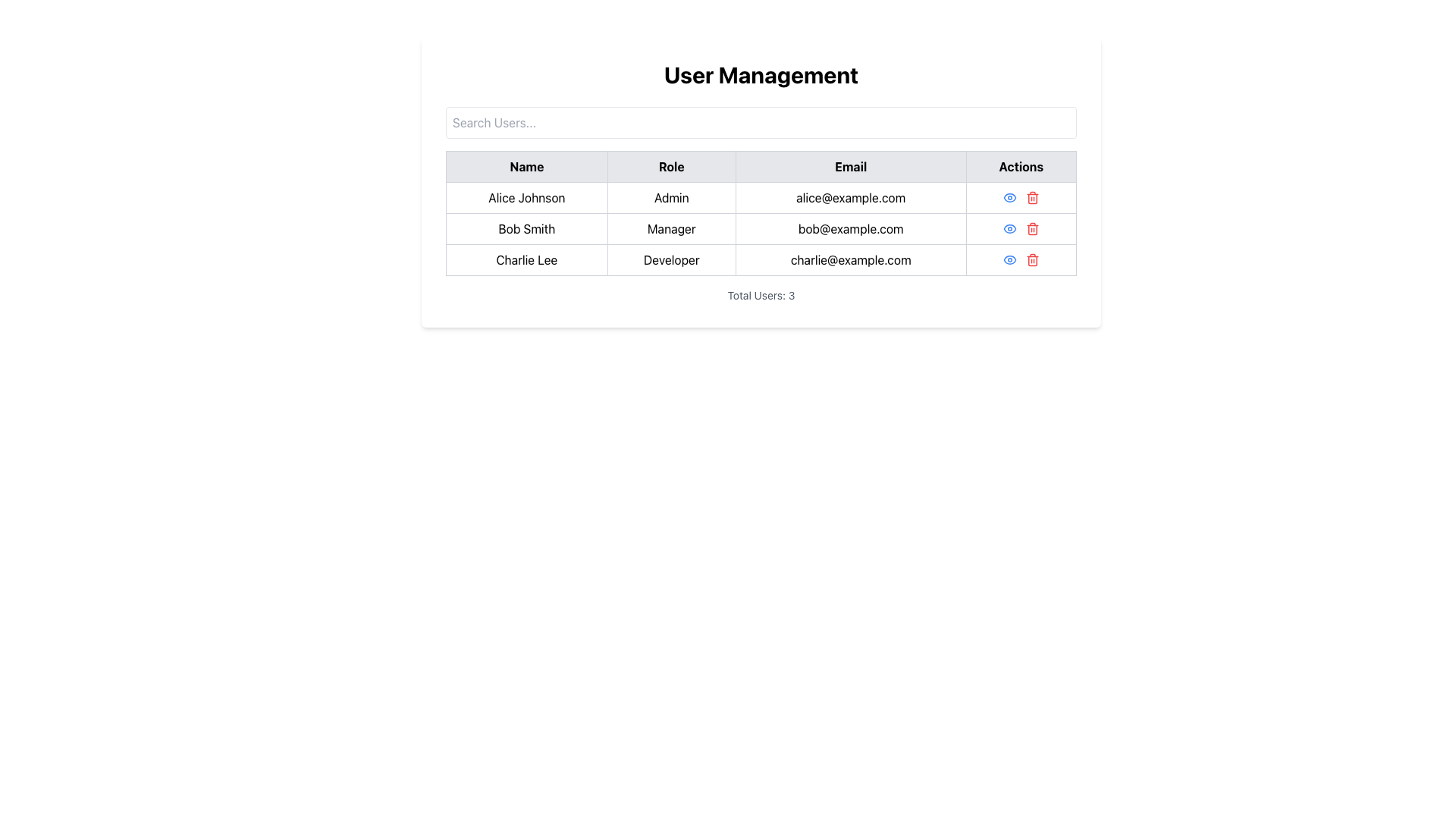 The image size is (1456, 819). What do you see at coordinates (761, 295) in the screenshot?
I see `text element that serves as a summary indicator showing the total number of users listed in the table above, located beneath the table` at bounding box center [761, 295].